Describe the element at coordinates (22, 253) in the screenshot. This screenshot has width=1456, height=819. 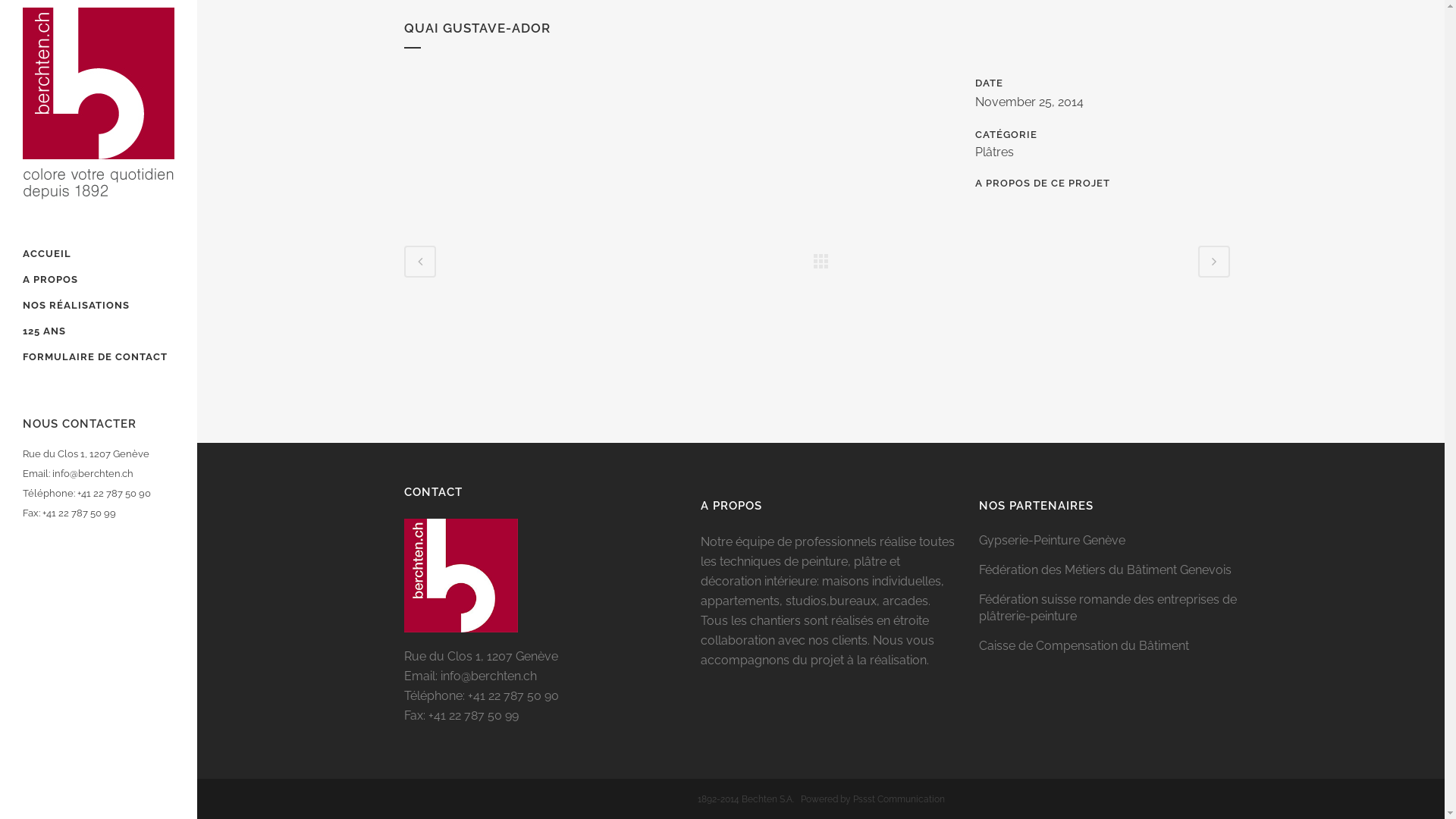
I see `'ACCUEIL'` at that location.